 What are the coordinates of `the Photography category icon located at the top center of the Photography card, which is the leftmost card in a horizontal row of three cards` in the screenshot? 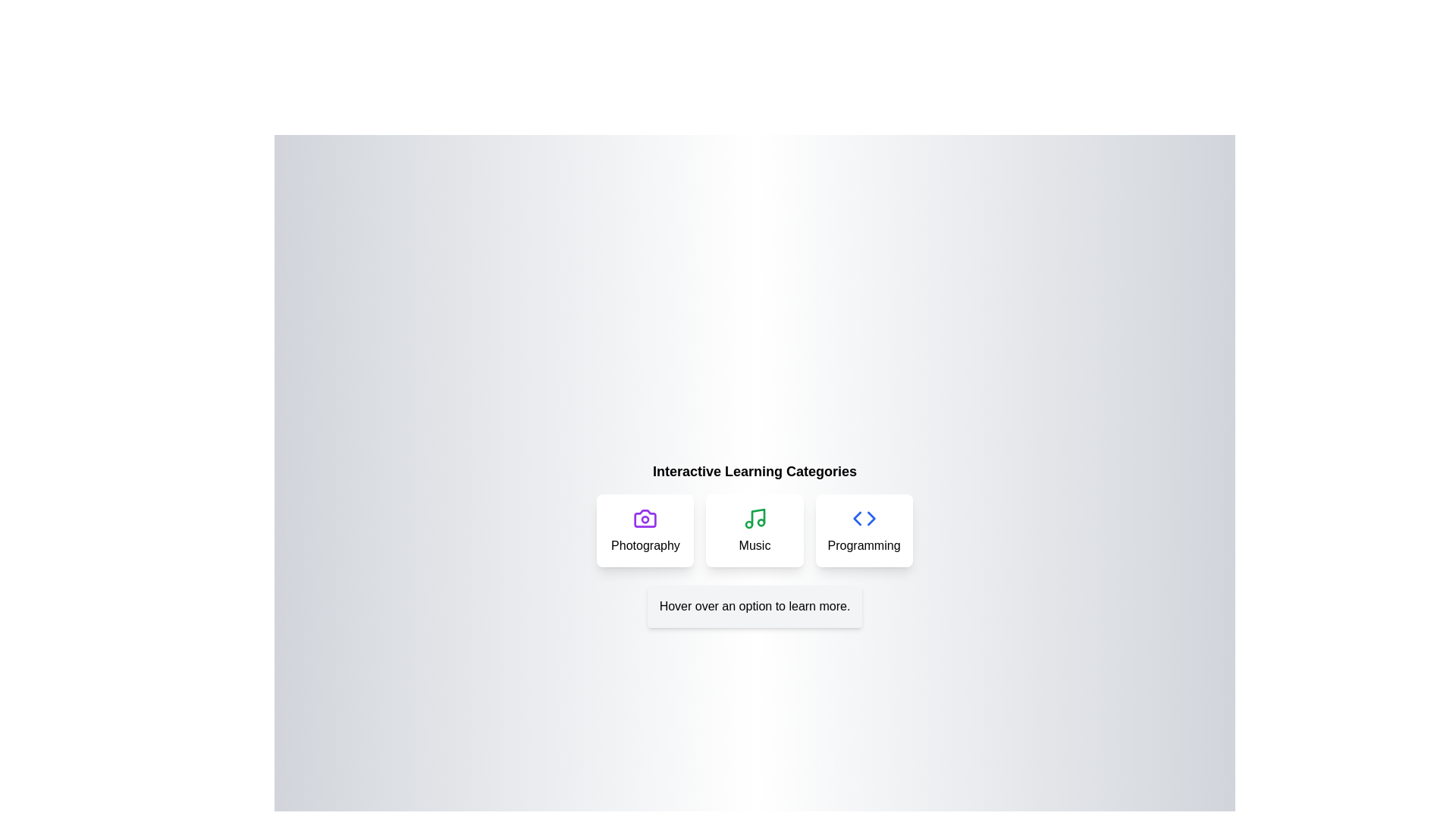 It's located at (645, 517).